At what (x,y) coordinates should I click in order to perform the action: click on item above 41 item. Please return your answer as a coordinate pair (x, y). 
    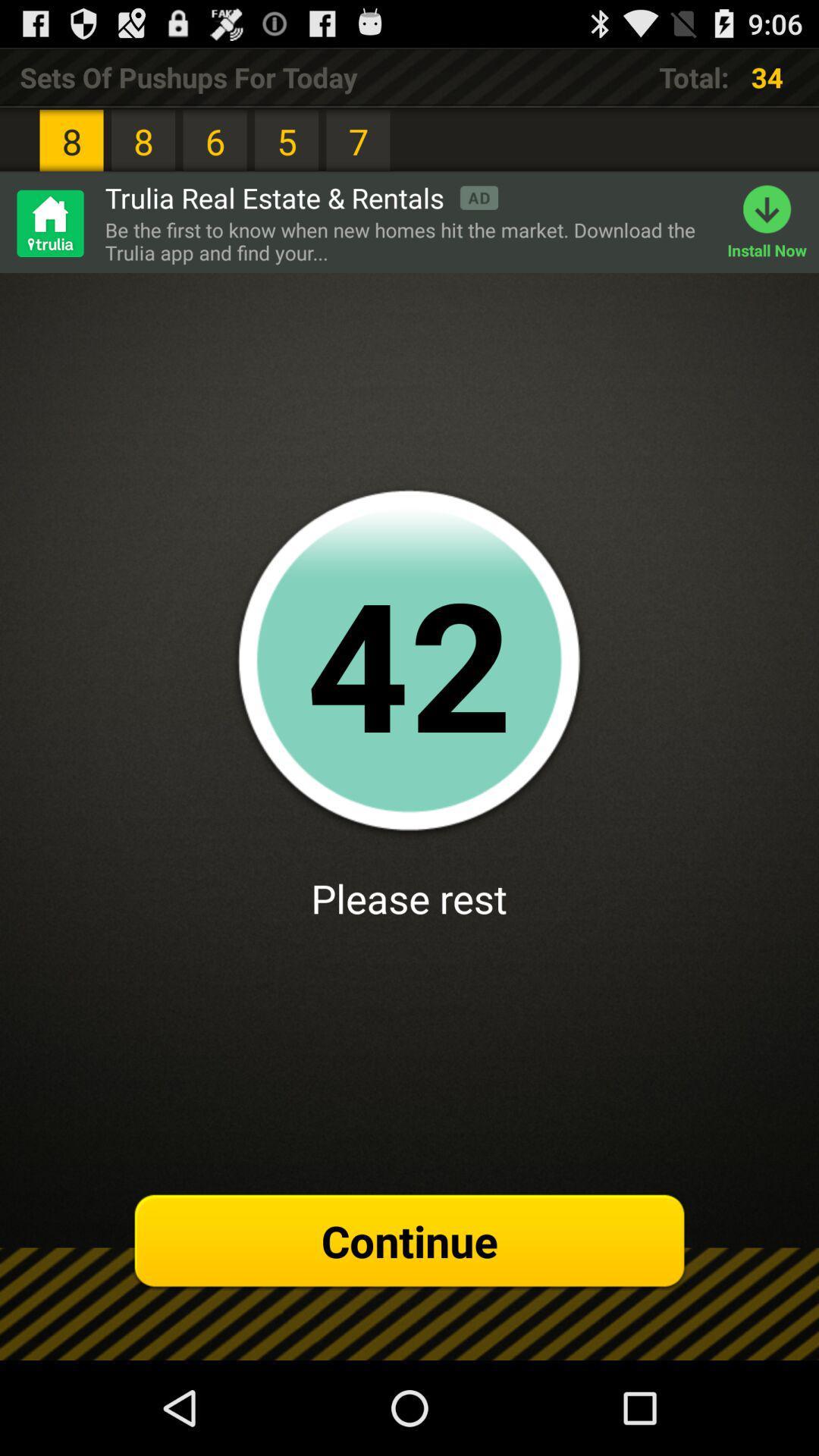
    Looking at the image, I should click on (407, 240).